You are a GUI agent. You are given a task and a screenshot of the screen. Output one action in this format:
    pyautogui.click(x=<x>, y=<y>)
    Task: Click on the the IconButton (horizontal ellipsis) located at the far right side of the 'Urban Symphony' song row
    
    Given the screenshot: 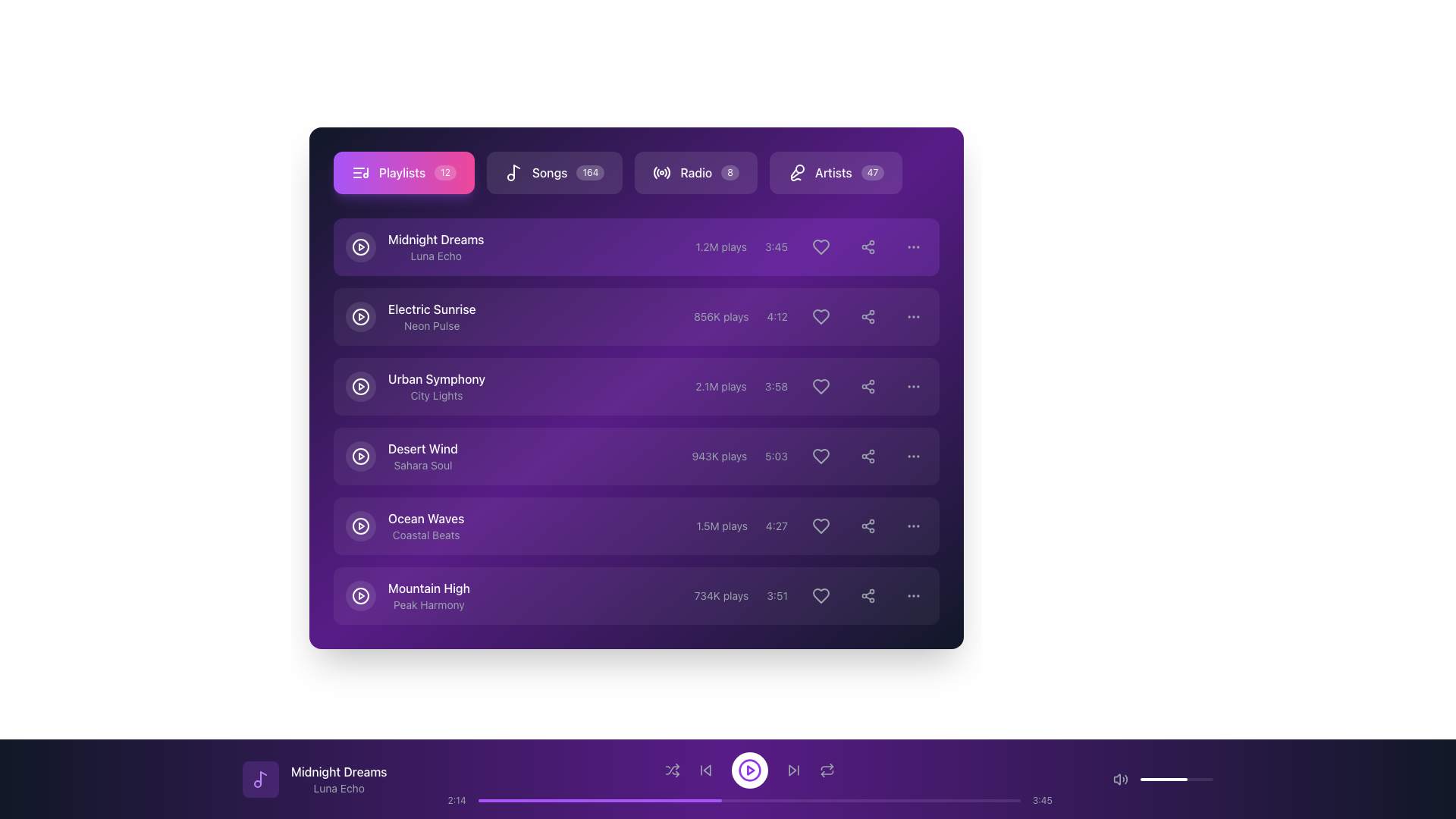 What is the action you would take?
    pyautogui.click(x=912, y=385)
    